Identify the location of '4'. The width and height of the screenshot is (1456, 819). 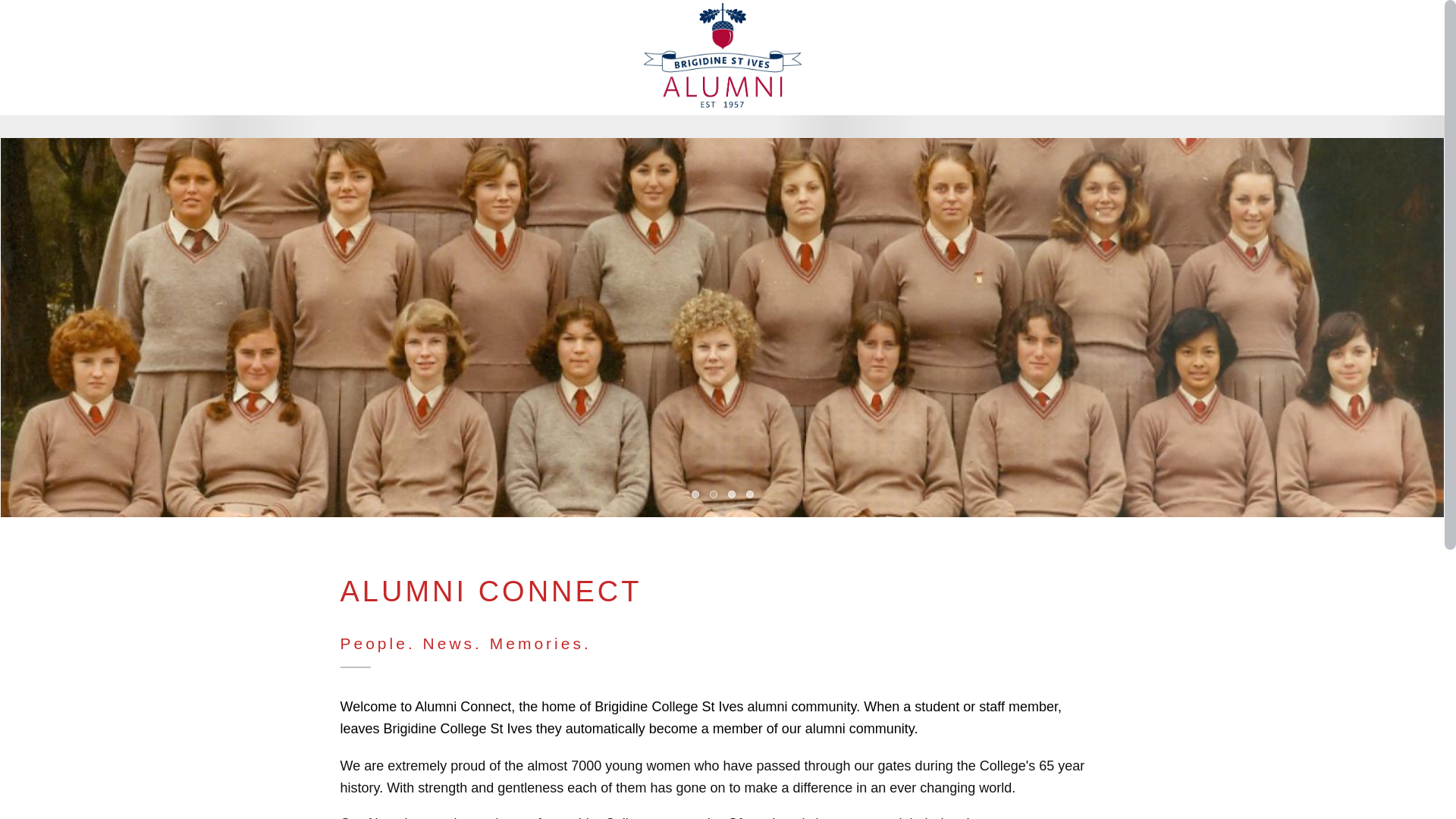
(749, 494).